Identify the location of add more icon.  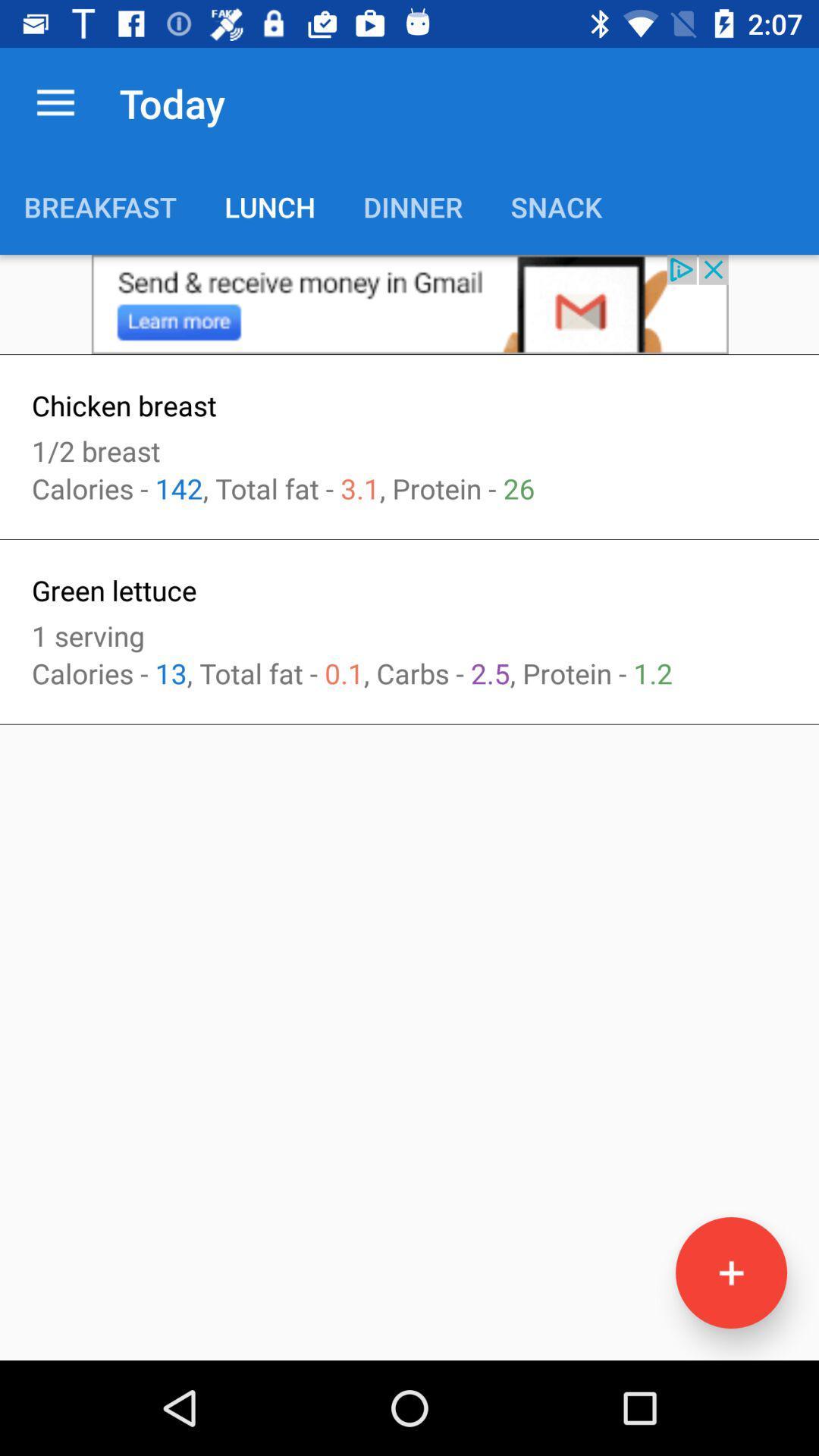
(730, 1272).